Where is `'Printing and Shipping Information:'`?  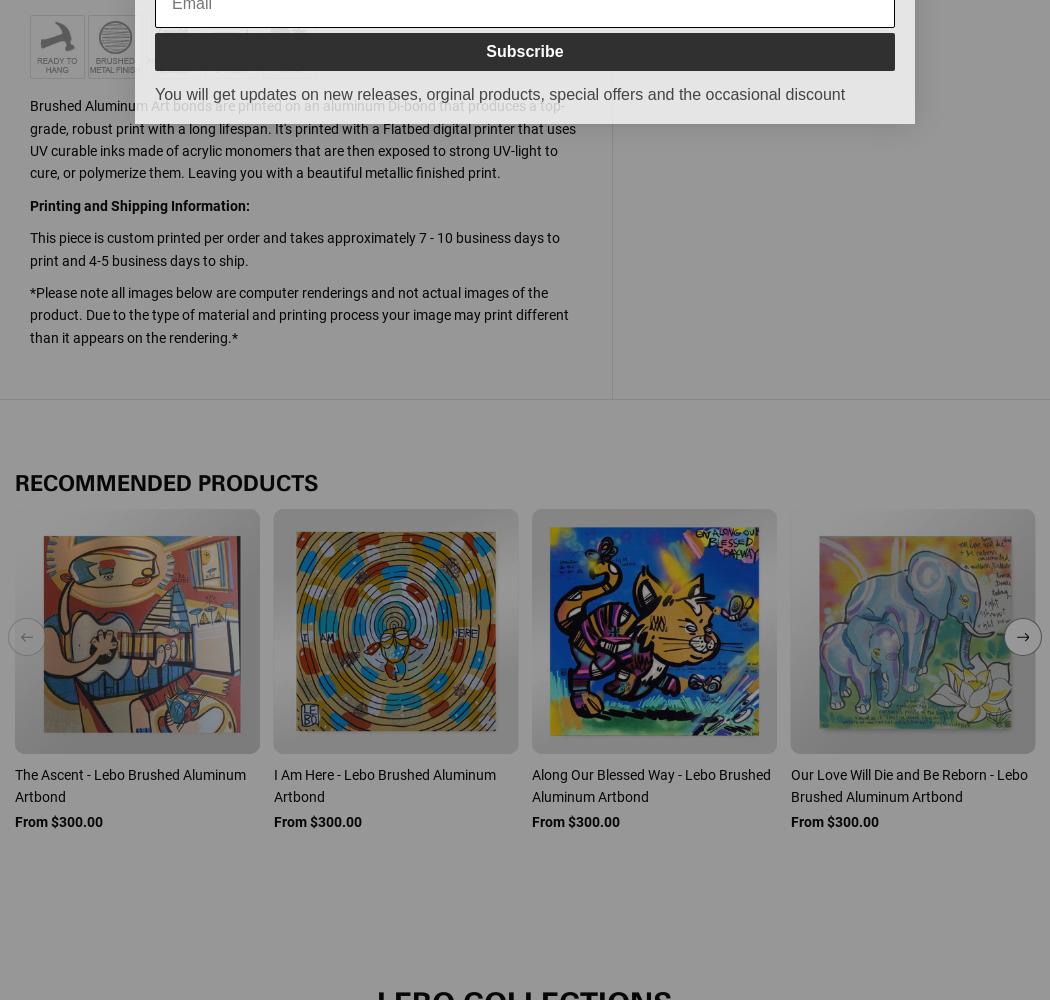
'Printing and Shipping Information:' is located at coordinates (138, 204).